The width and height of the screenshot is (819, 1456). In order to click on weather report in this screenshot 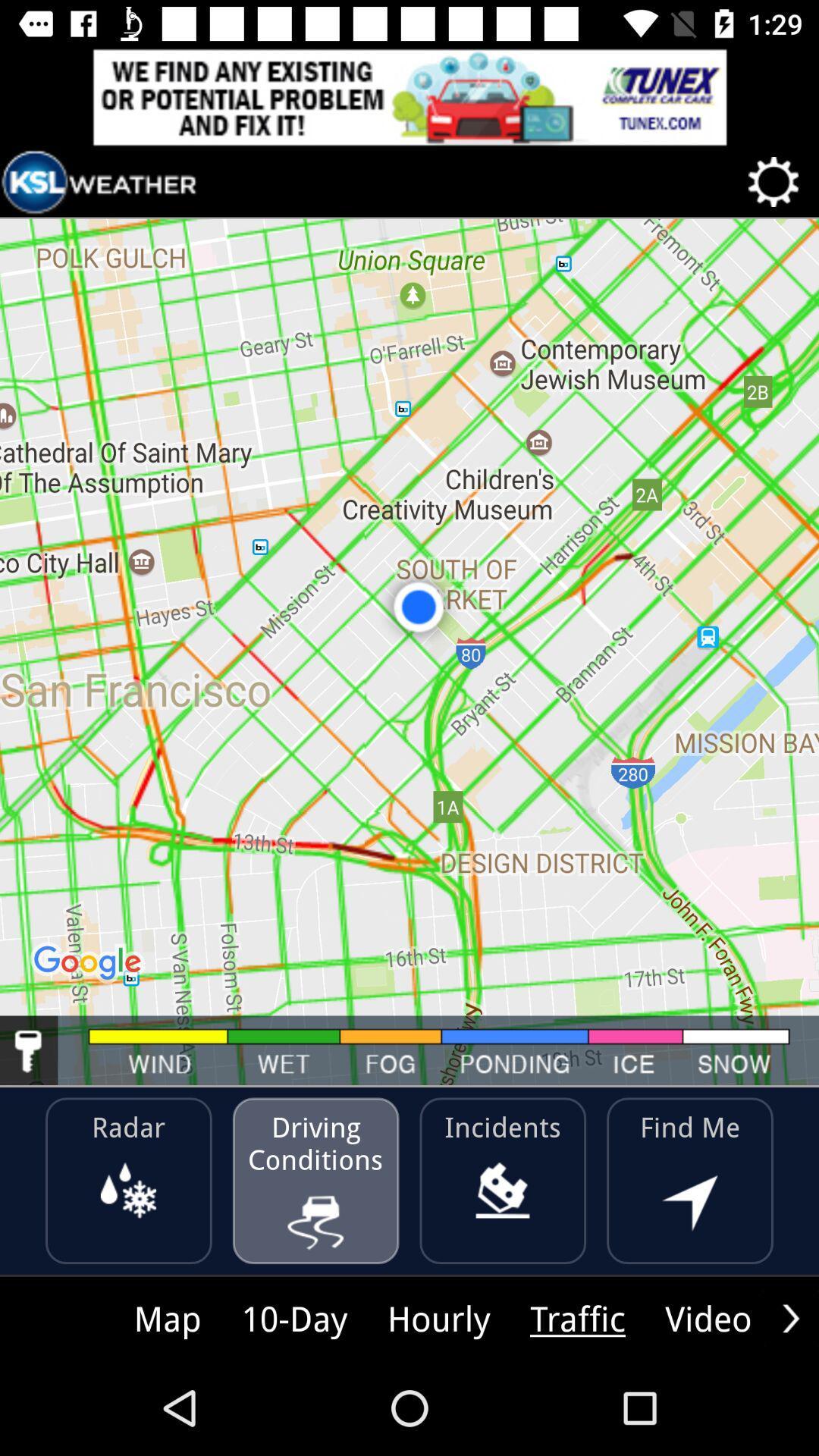, I will do `click(99, 182)`.